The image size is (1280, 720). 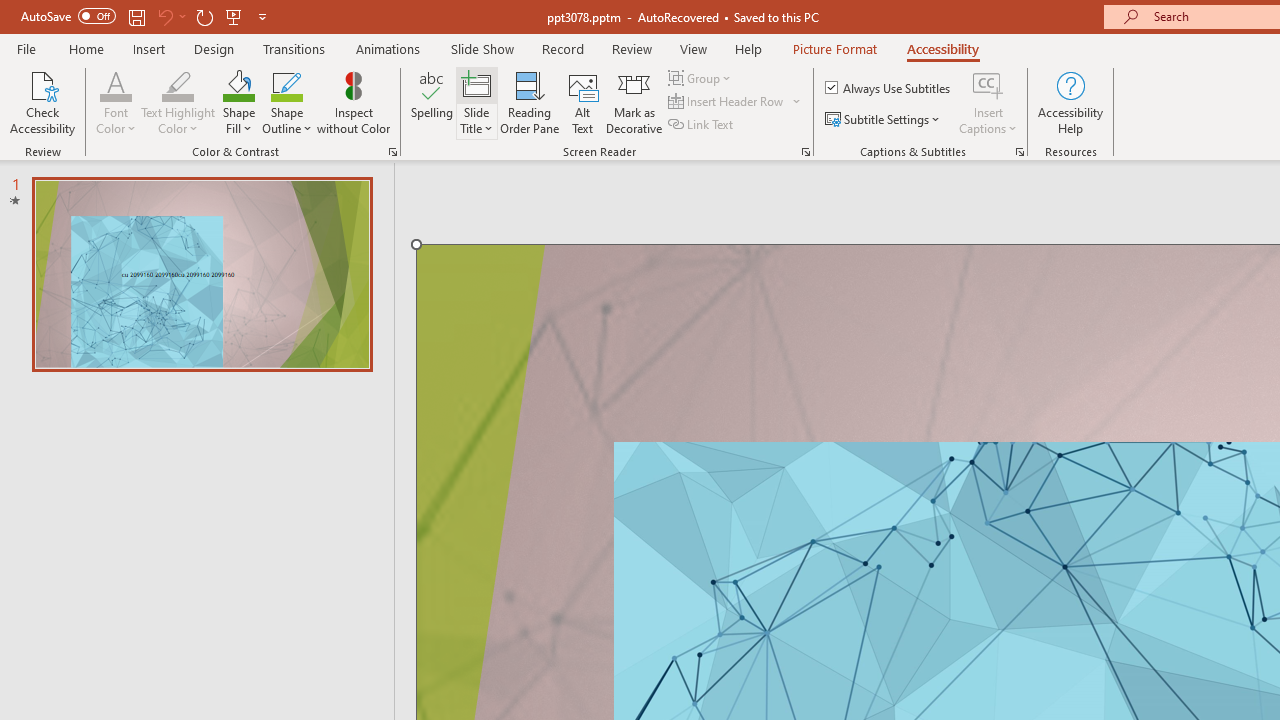 What do you see at coordinates (888, 86) in the screenshot?
I see `'Always Use Subtitles'` at bounding box center [888, 86].